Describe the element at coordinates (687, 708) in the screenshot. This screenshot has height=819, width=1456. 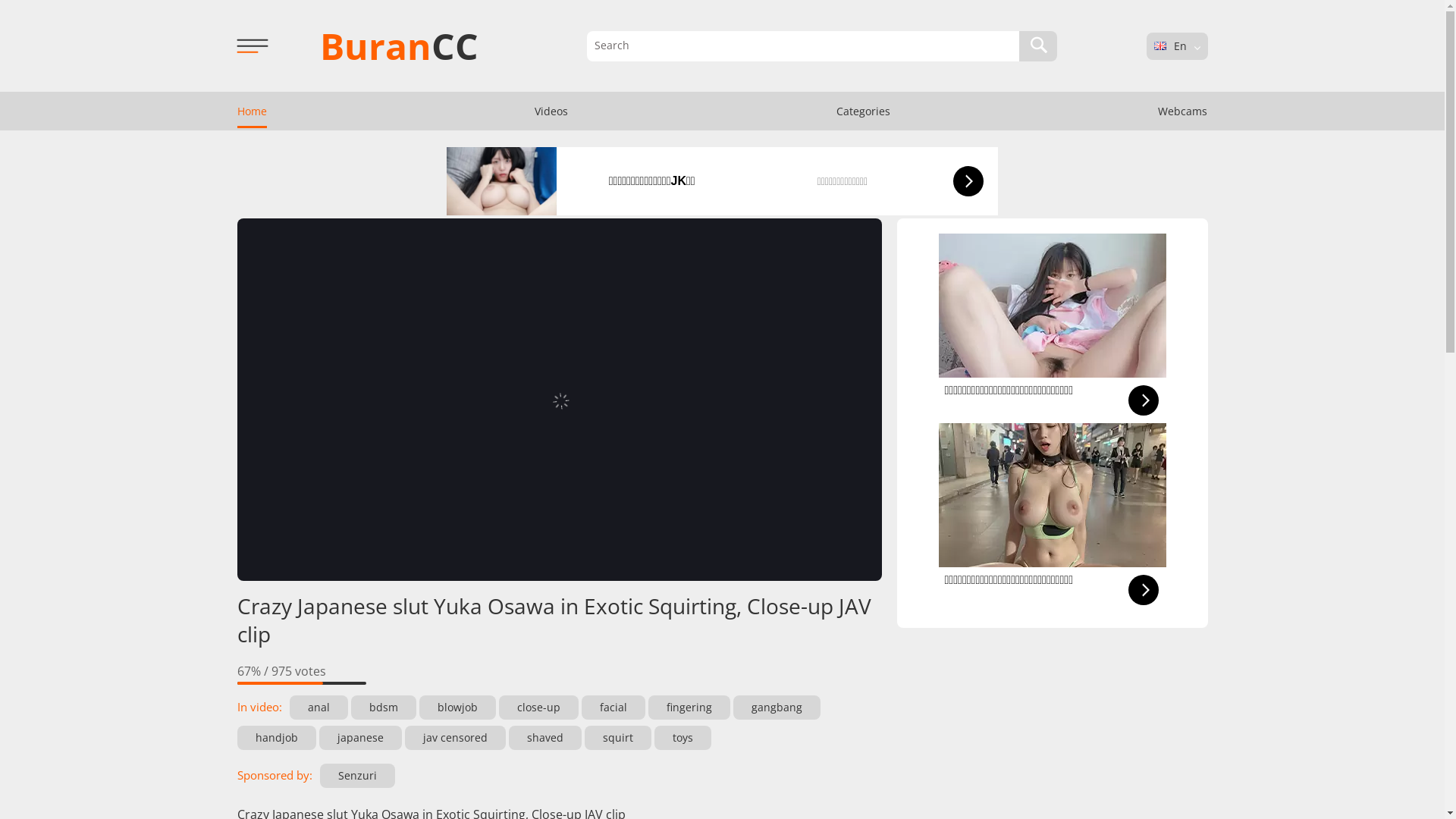
I see `'fingering'` at that location.